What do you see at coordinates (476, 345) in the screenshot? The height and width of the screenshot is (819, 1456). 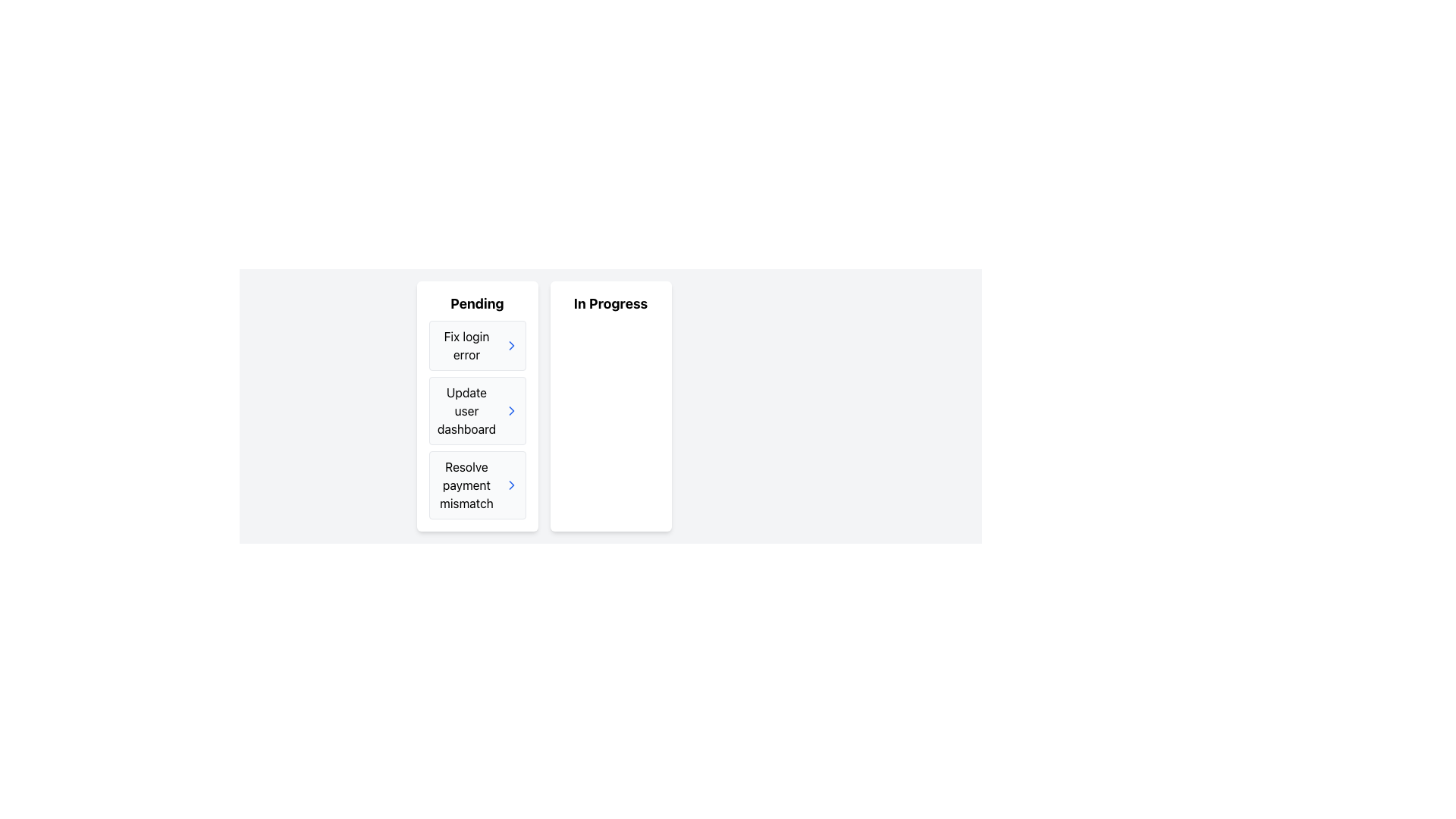 I see `the 'Fix login error' button, which is the first button` at bounding box center [476, 345].